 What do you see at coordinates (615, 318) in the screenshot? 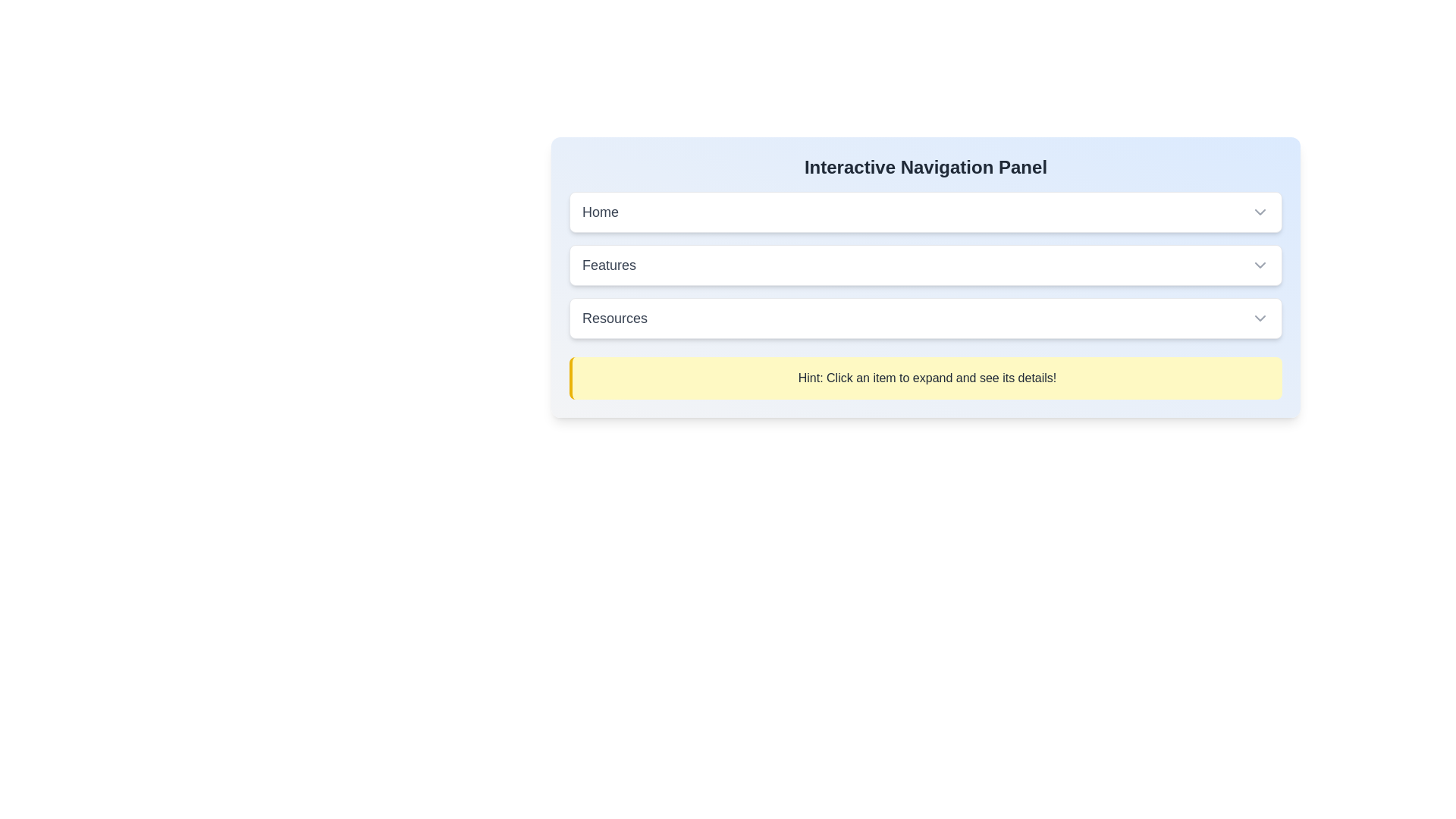
I see `text label 'Resources' which is styled in a large font, colored gray, and is the label of the third item in a vertical navigation panel` at bounding box center [615, 318].